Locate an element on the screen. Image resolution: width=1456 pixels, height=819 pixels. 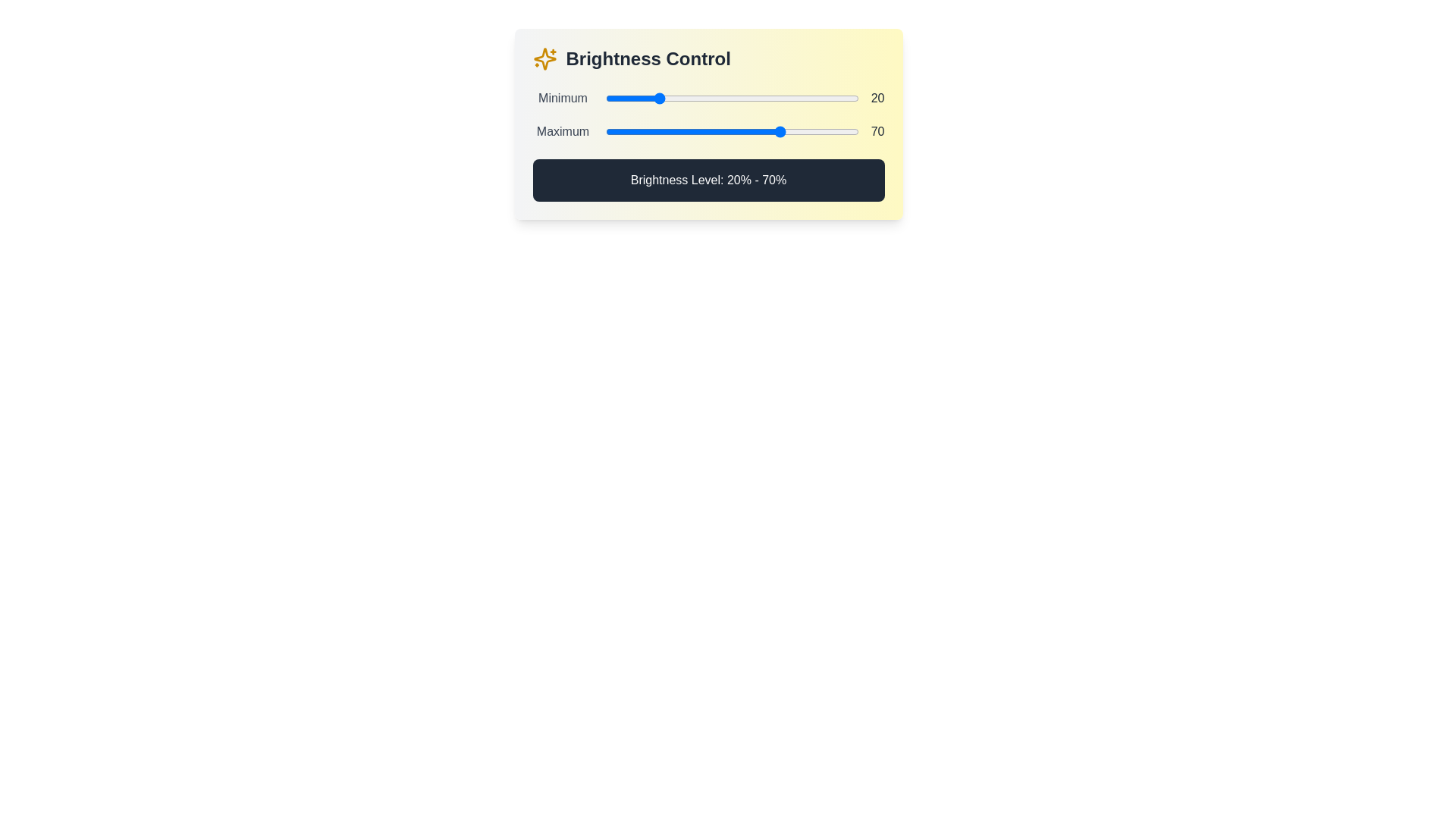
the minimum brightness level to 61% by interacting with the first slider is located at coordinates (760, 99).